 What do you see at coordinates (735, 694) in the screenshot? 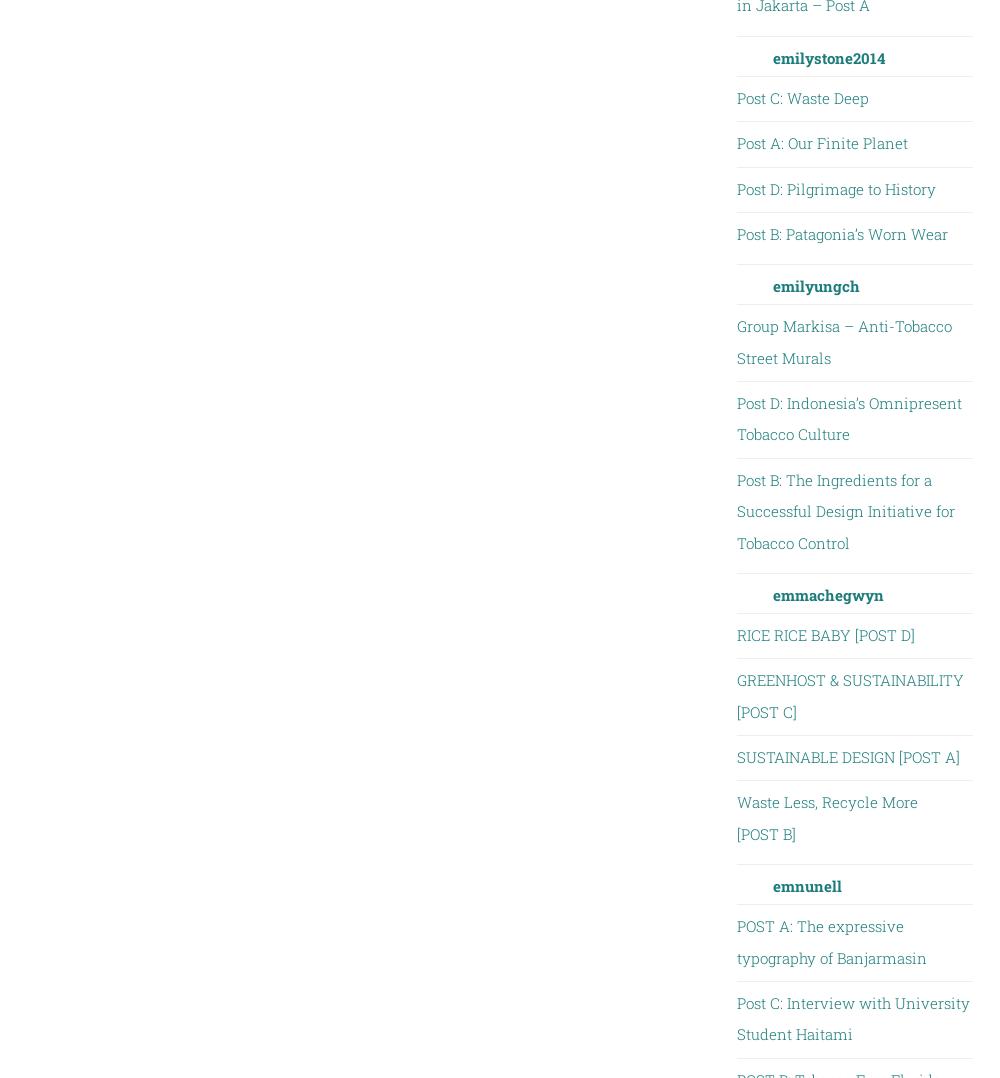
I see `'GREENHOST & SUSTAINABILITY [POST C]'` at bounding box center [735, 694].